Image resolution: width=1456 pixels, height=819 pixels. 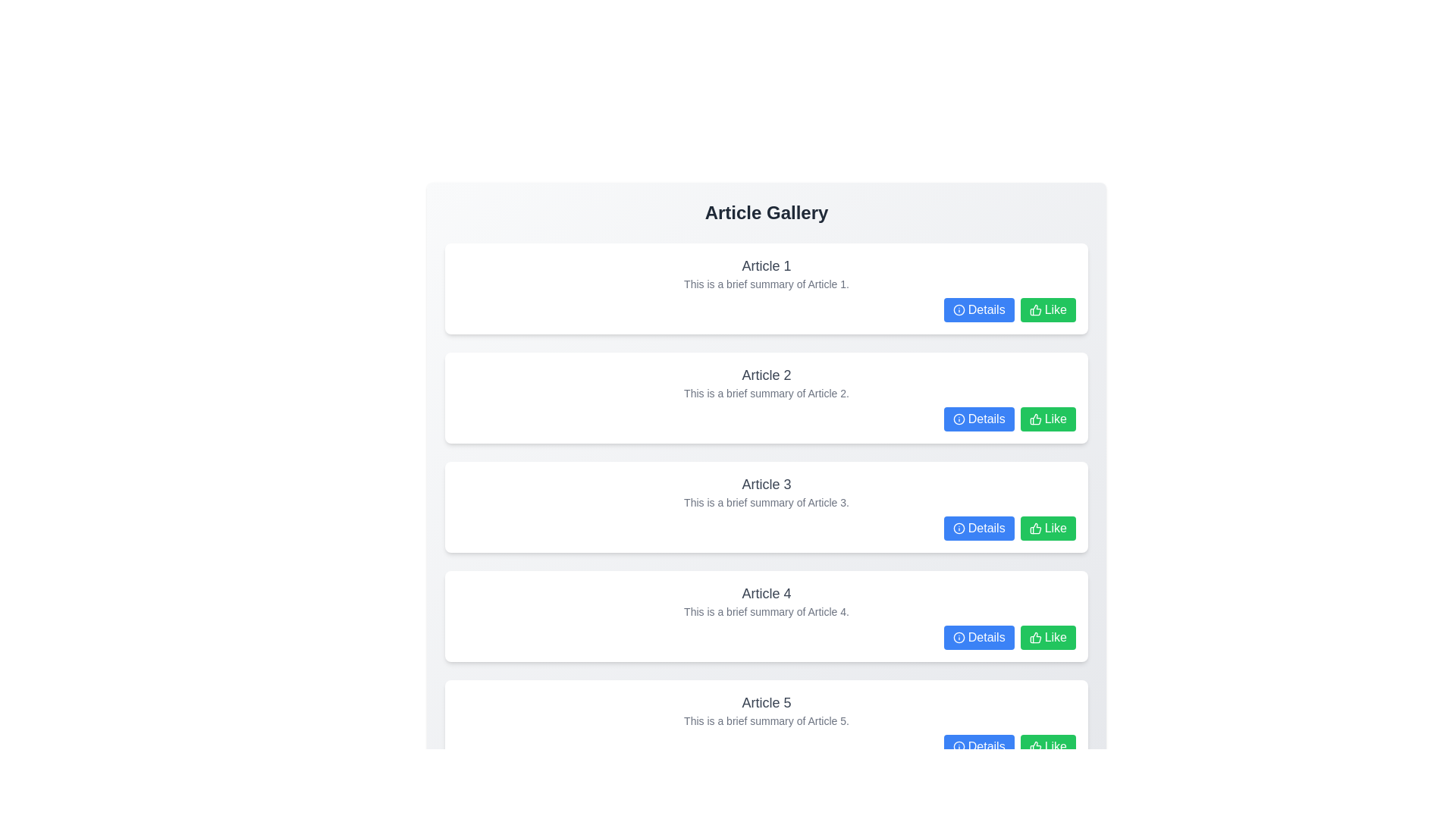 I want to click on text content of the title label located at the top of the first article card, positioned above the summary text and to the left of the 'Details' and 'Like' buttons, so click(x=767, y=265).